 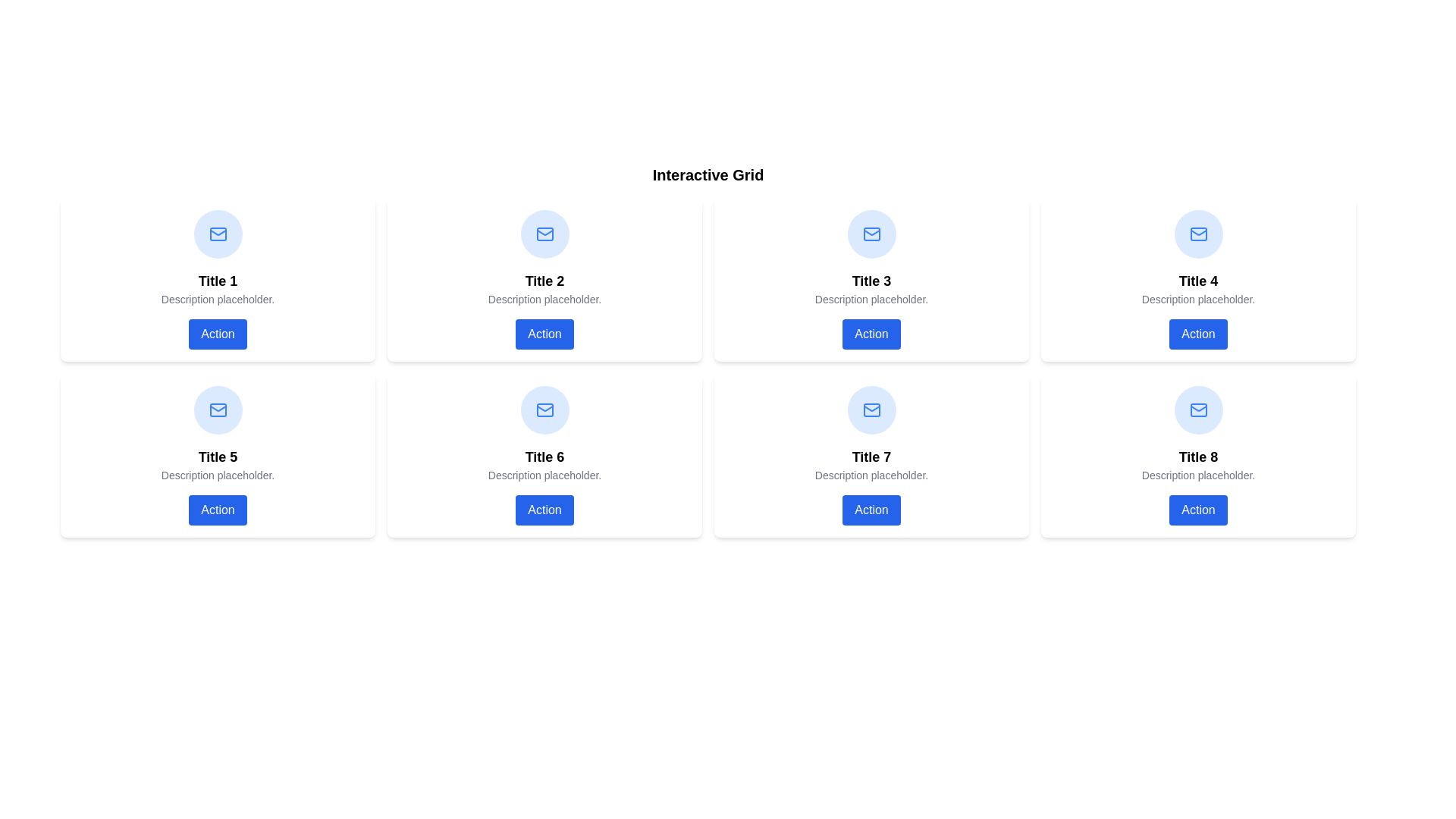 I want to click on the static text label reading 'Description placeholder.', which is styled in a smaller font size and gray color, positioned below 'Title 3' and above the 'Action' button in the upper row, third card from the left, so click(x=871, y=299).